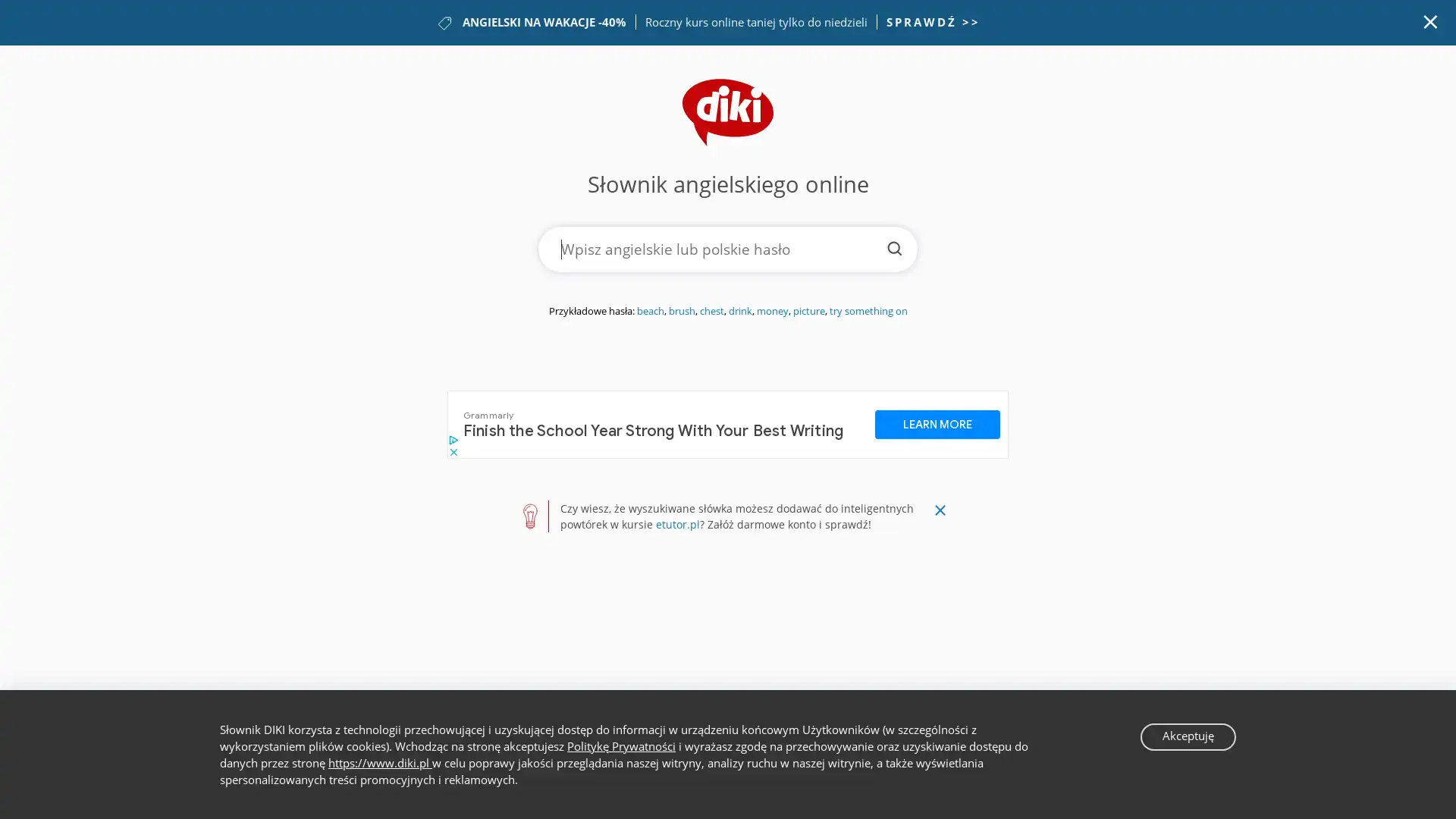 This screenshot has height=819, width=1456. I want to click on Akceptuje, so click(1187, 736).